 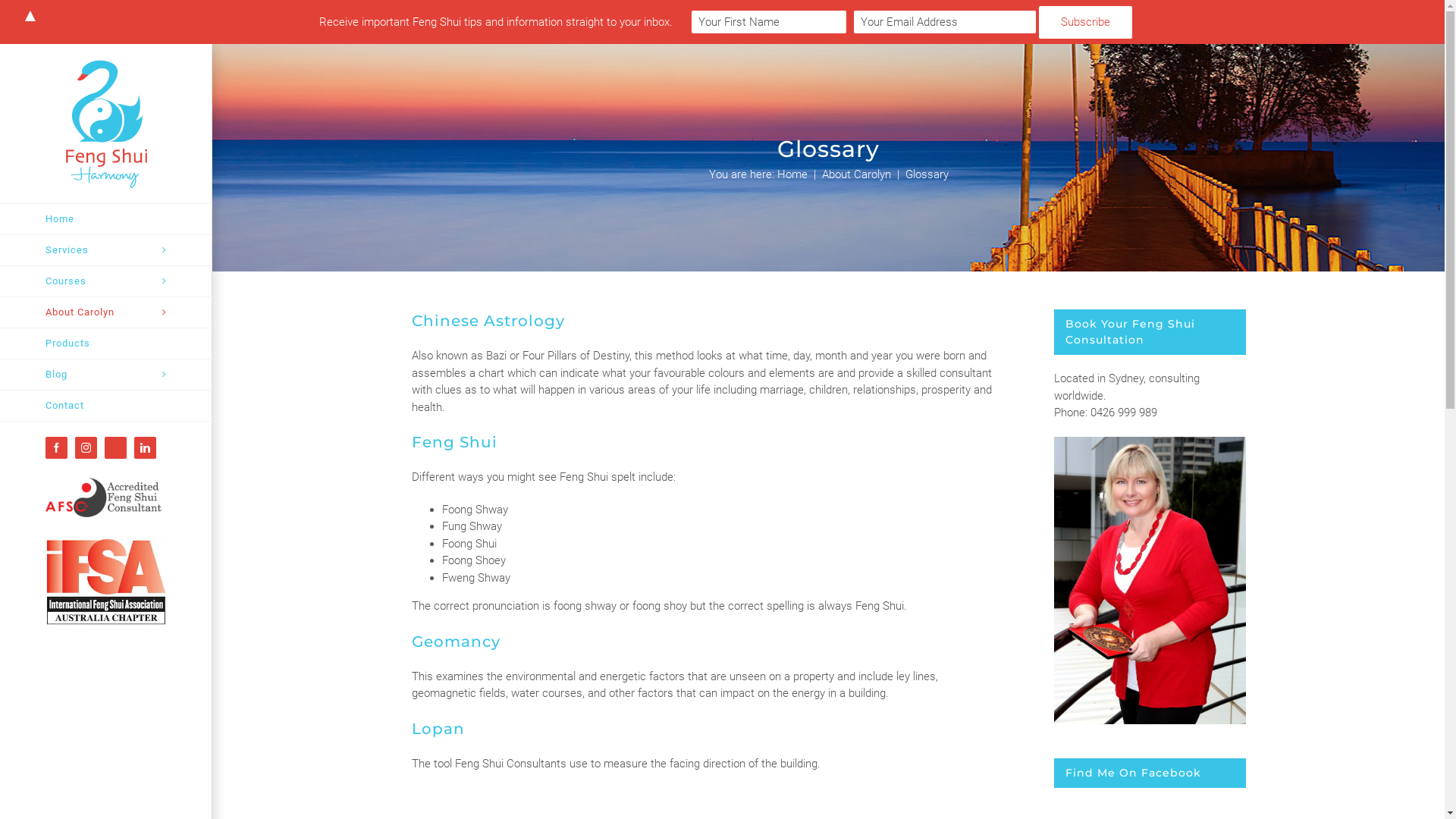 I want to click on 'LinkedIn', so click(x=145, y=447).